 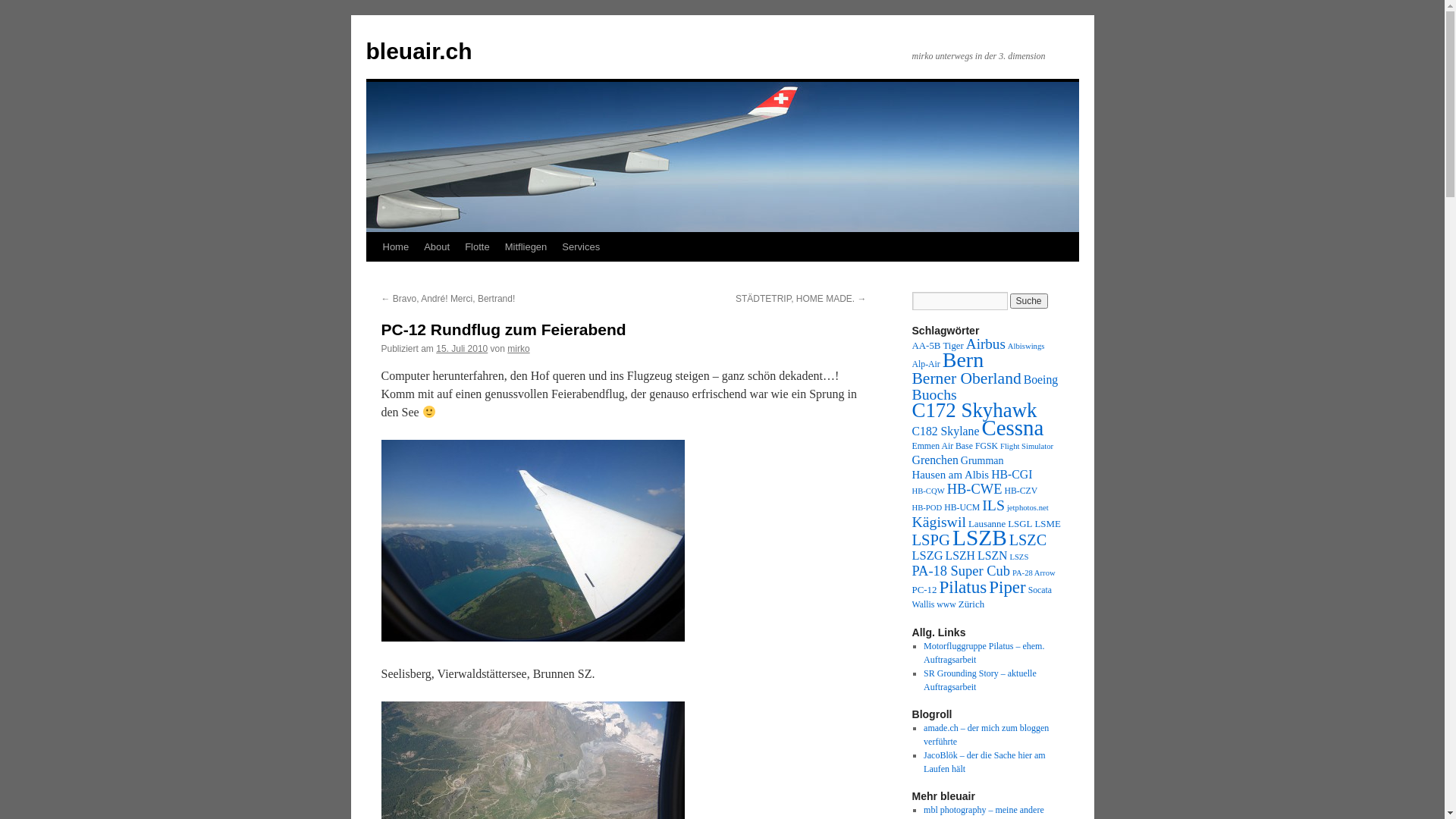 I want to click on 'LSZB', so click(x=979, y=537).